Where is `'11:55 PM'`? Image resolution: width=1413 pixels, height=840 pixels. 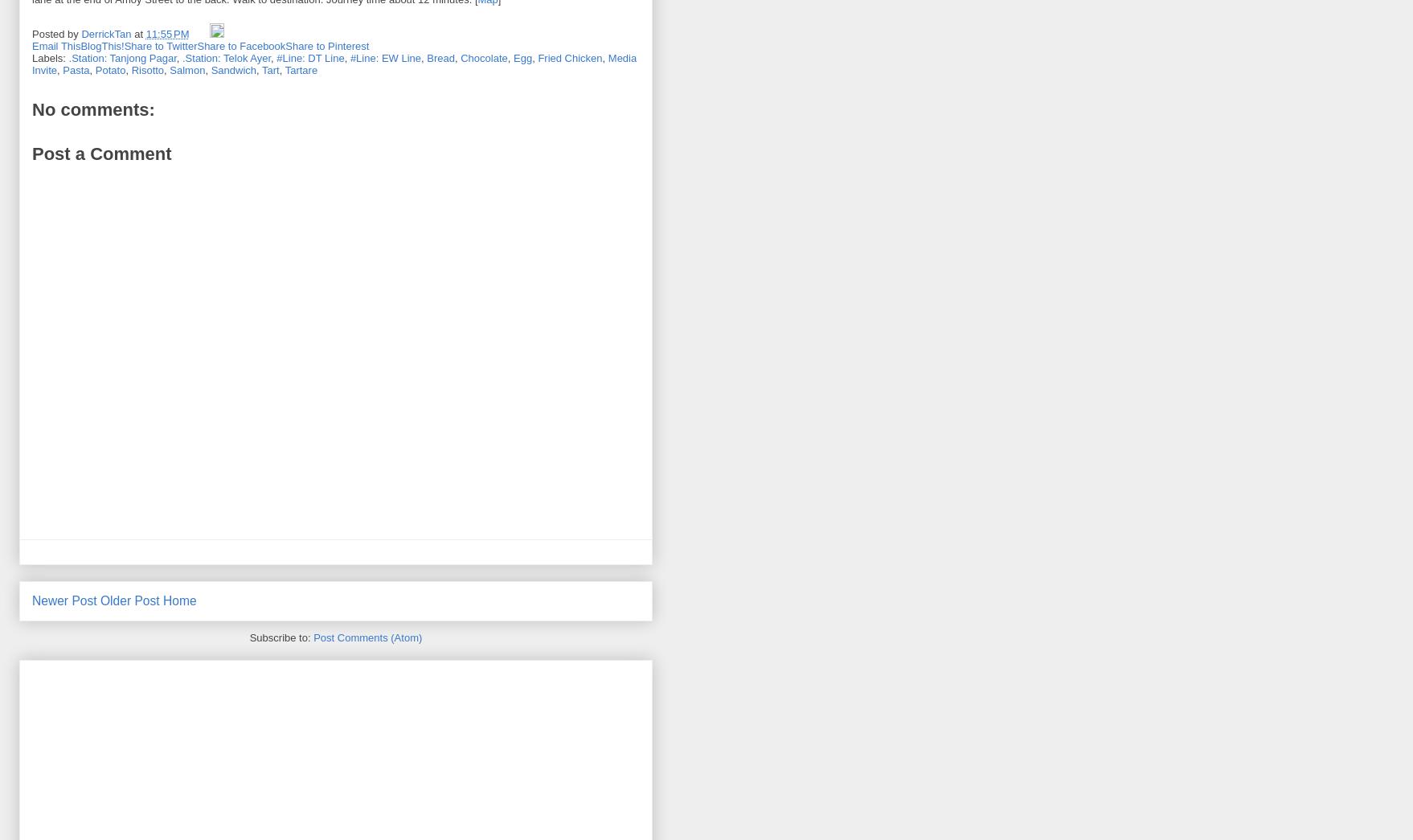 '11:55 PM' is located at coordinates (166, 32).